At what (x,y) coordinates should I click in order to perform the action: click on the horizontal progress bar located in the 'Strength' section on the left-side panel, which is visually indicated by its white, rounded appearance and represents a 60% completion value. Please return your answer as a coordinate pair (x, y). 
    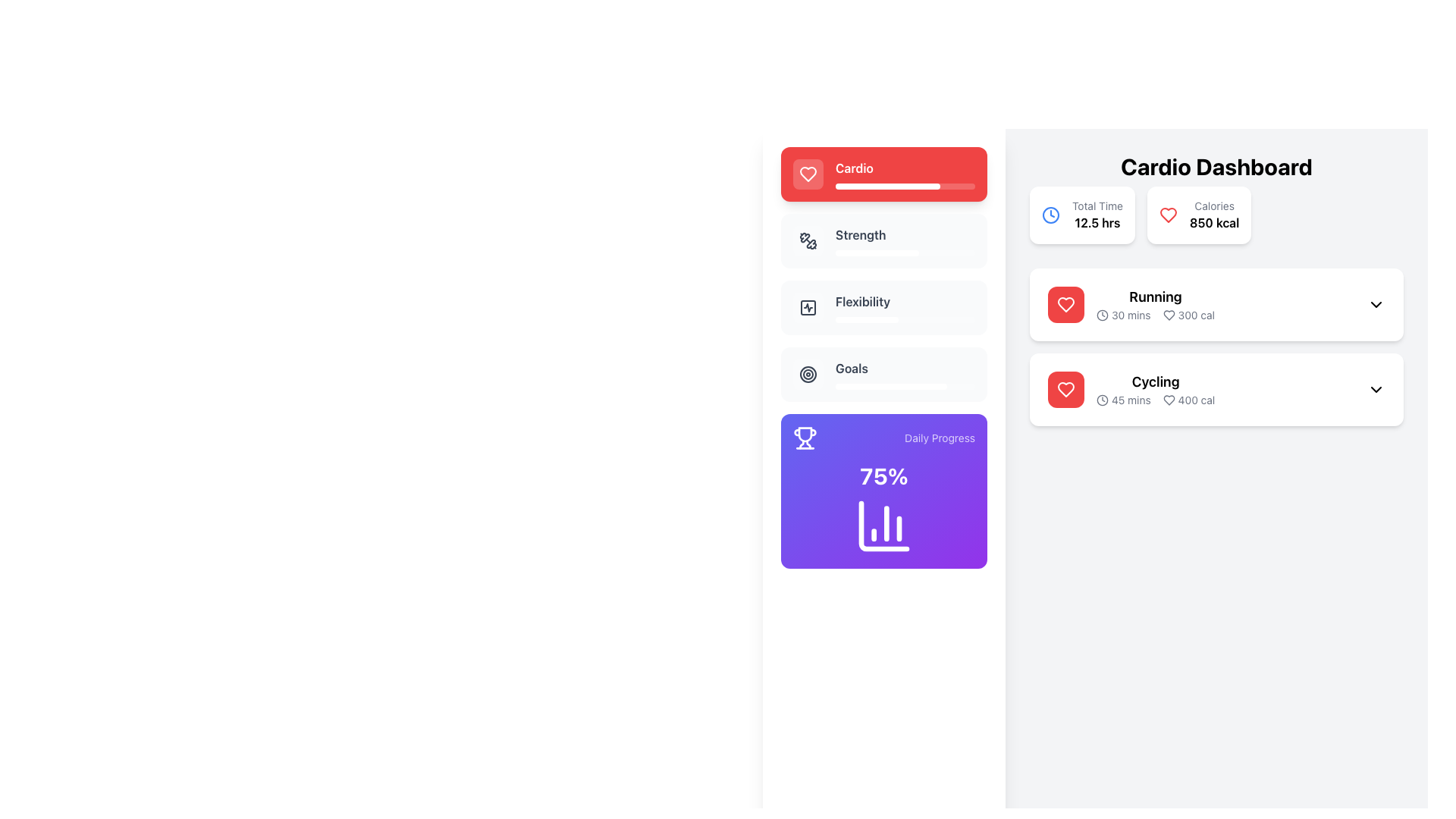
    Looking at the image, I should click on (877, 253).